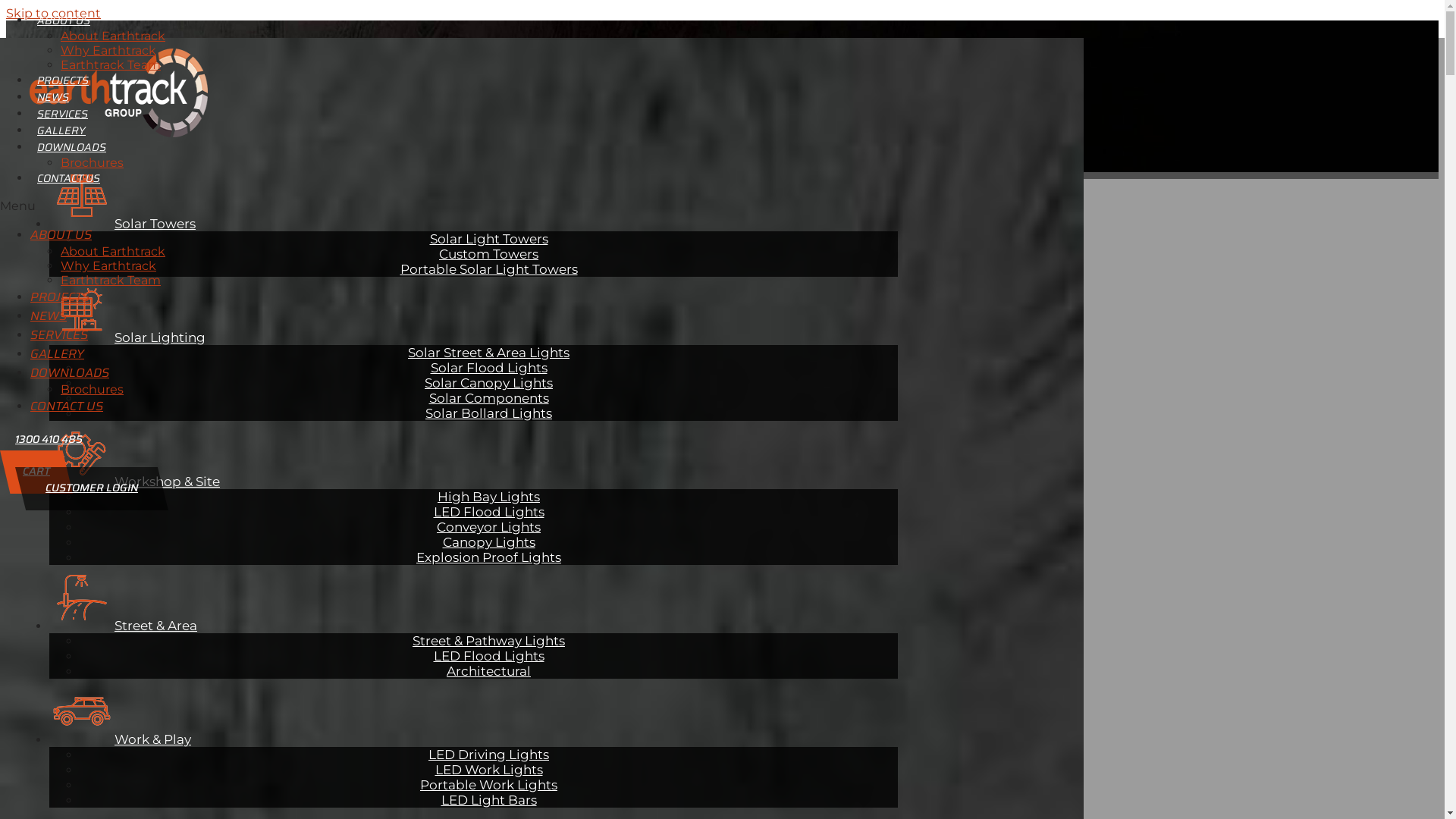 This screenshot has width=1456, height=819. What do you see at coordinates (123, 625) in the screenshot?
I see `'Street & Area'` at bounding box center [123, 625].